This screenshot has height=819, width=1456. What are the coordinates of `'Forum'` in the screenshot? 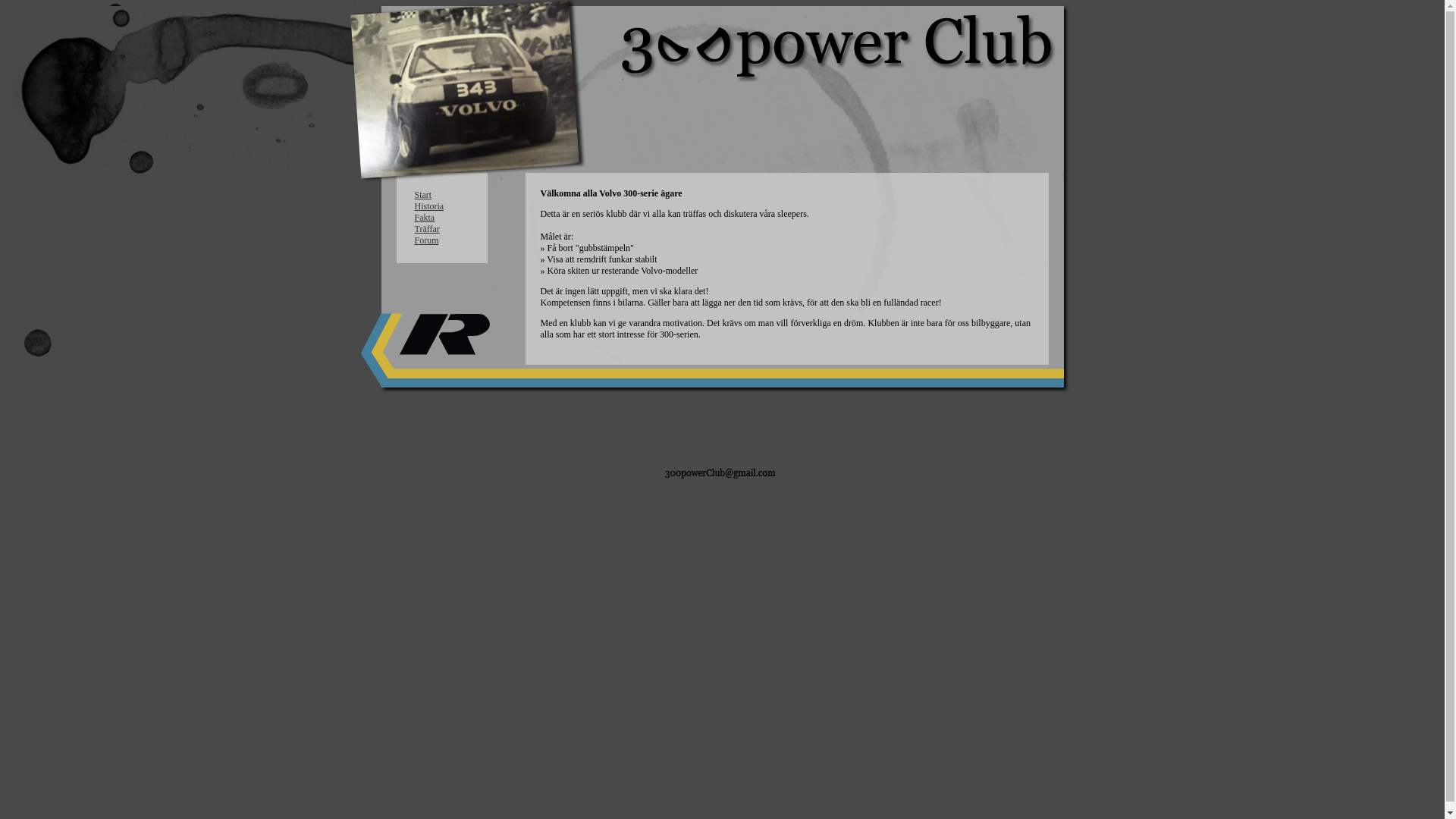 It's located at (414, 239).